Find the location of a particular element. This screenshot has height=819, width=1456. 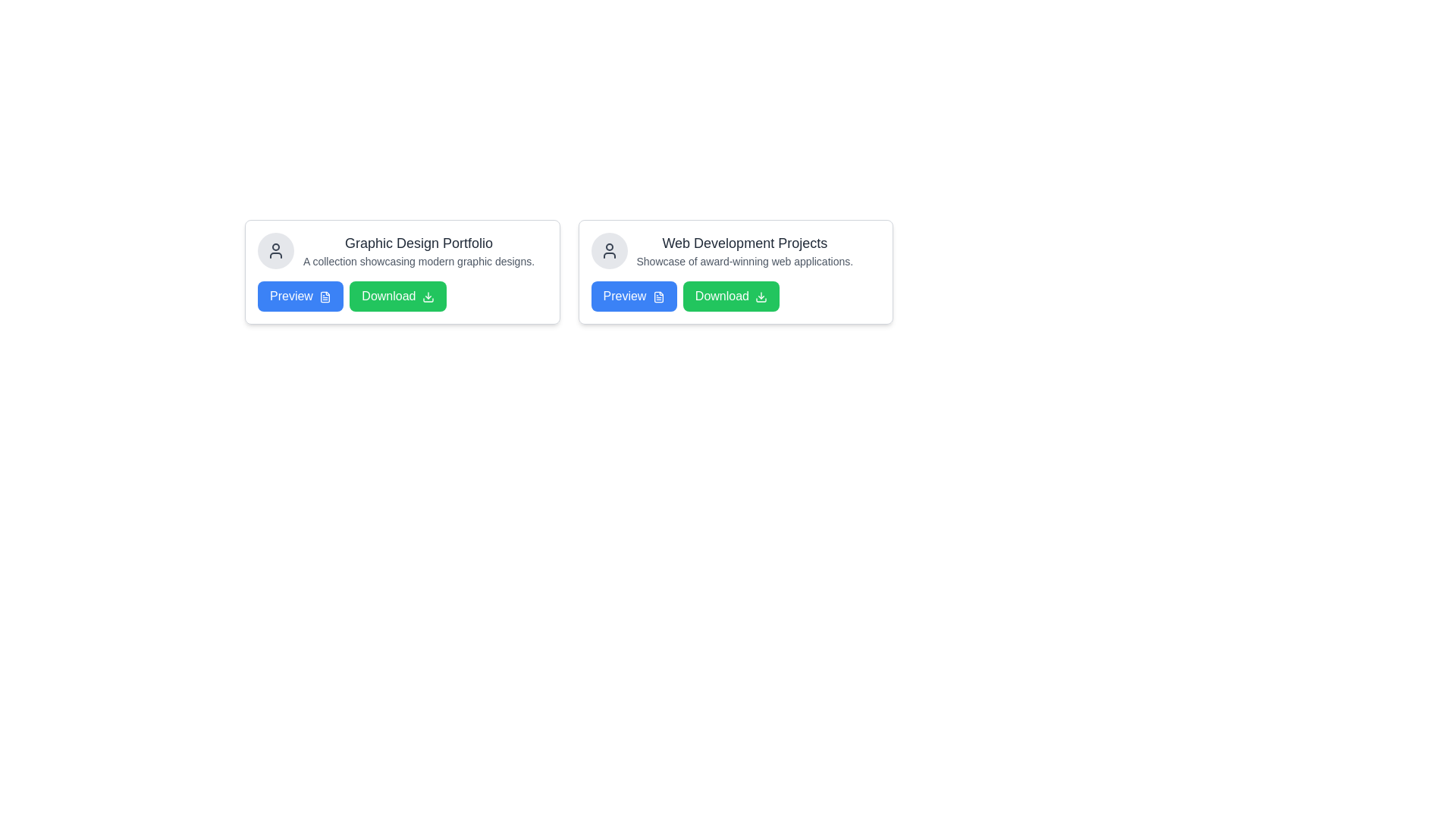

the document icon within the 'Preview' button of the 'Web Development Projects' card is located at coordinates (658, 297).